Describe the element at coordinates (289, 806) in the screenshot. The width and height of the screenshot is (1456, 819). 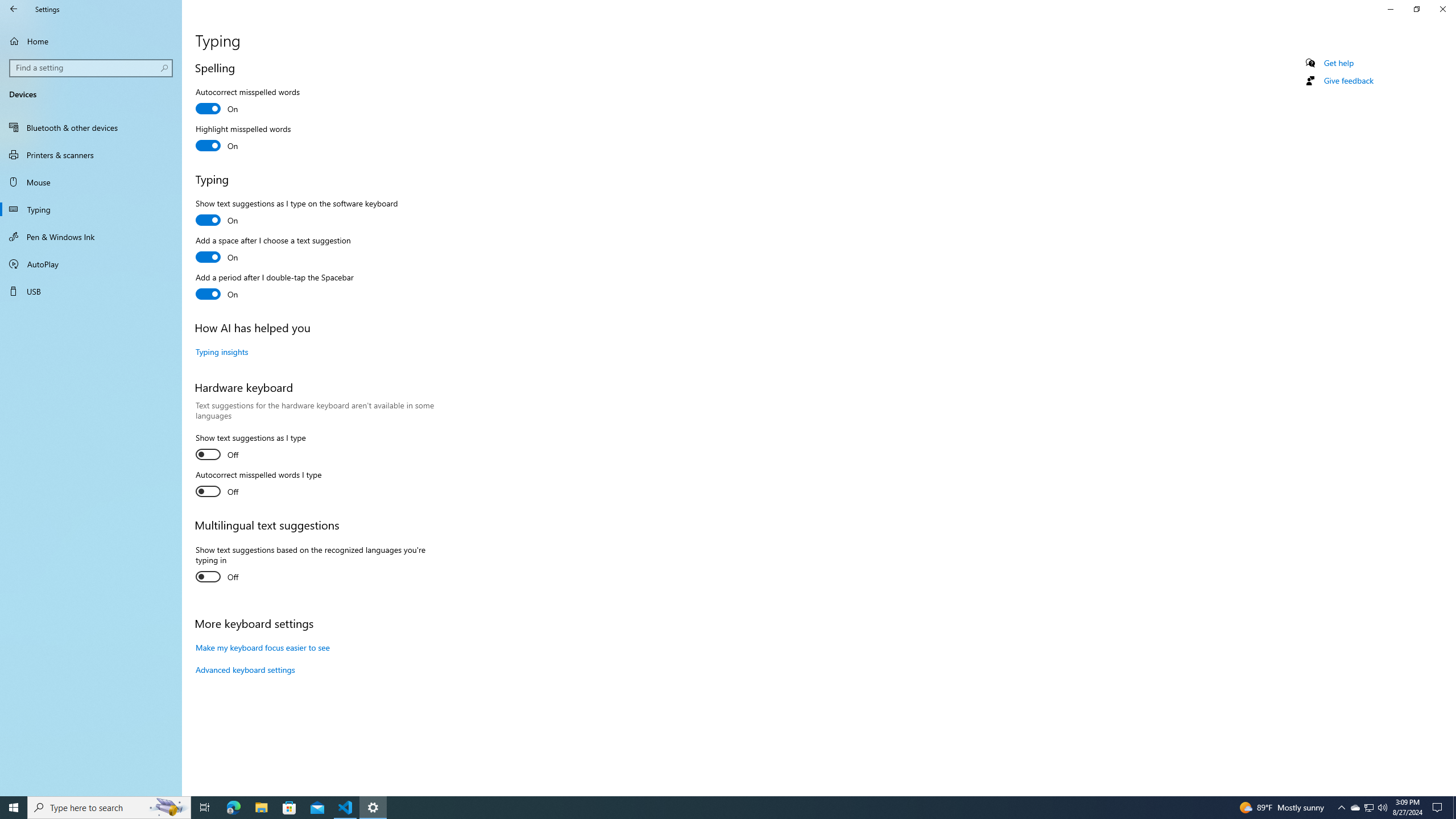
I see `'Microsoft Store'` at that location.